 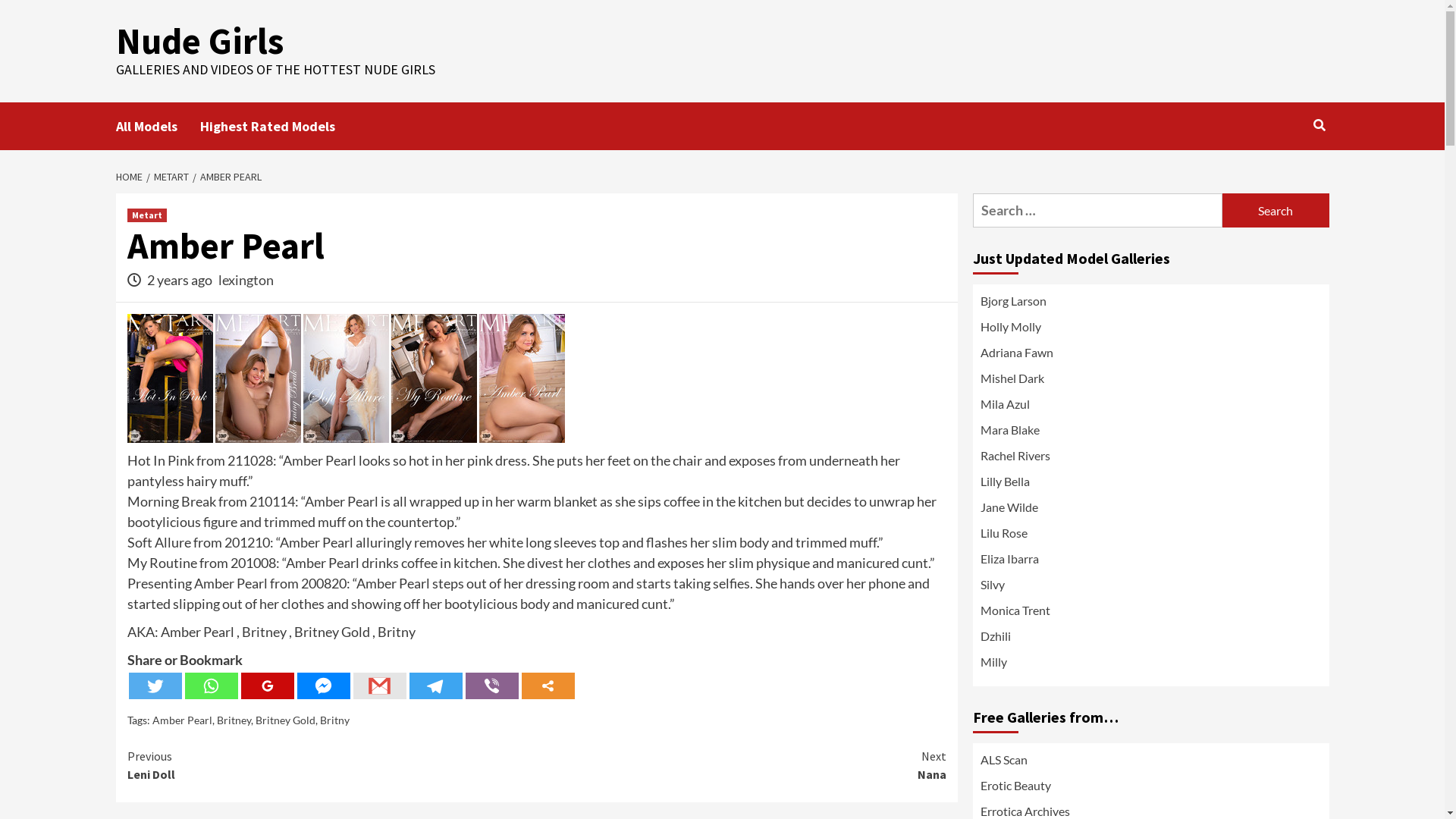 What do you see at coordinates (168, 175) in the screenshot?
I see `'METART'` at bounding box center [168, 175].